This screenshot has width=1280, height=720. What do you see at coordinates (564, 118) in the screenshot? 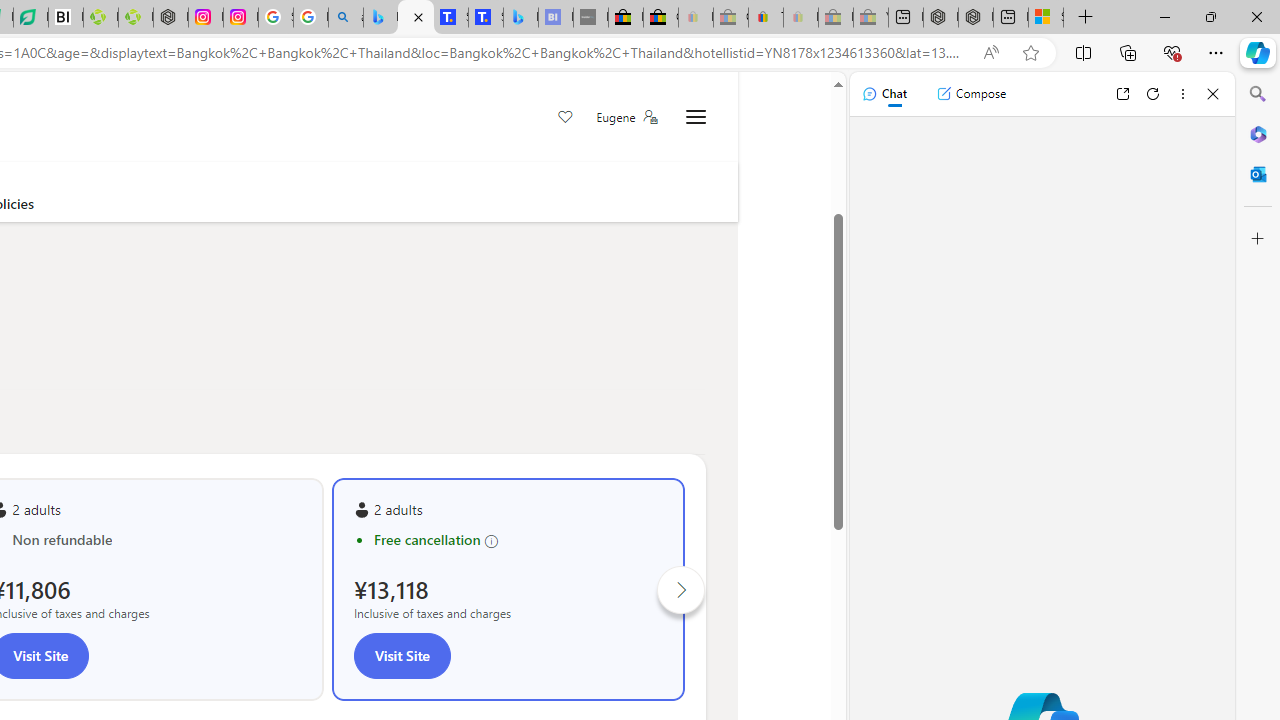
I see `'Save'` at bounding box center [564, 118].